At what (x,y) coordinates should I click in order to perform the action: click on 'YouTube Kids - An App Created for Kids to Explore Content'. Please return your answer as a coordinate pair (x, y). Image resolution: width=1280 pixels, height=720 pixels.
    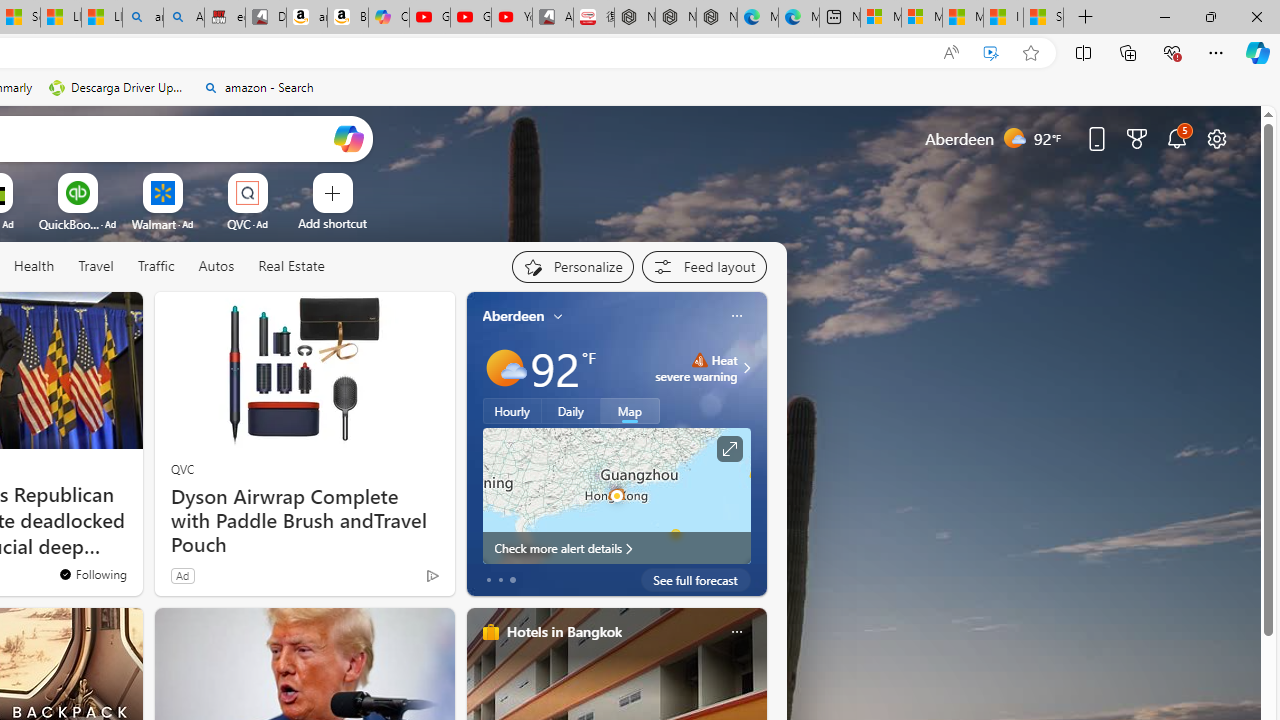
    Looking at the image, I should click on (512, 17).